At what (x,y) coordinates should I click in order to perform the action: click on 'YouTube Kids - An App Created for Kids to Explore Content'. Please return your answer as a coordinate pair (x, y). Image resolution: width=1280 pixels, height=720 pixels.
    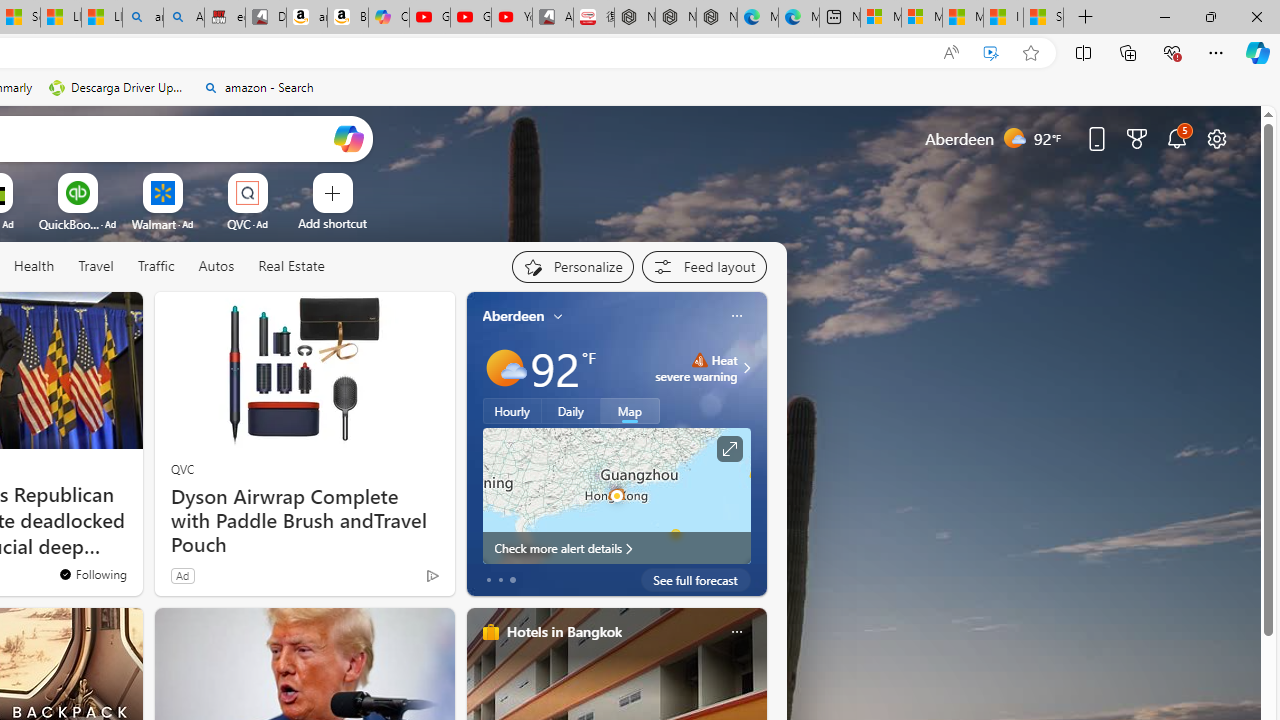
    Looking at the image, I should click on (512, 17).